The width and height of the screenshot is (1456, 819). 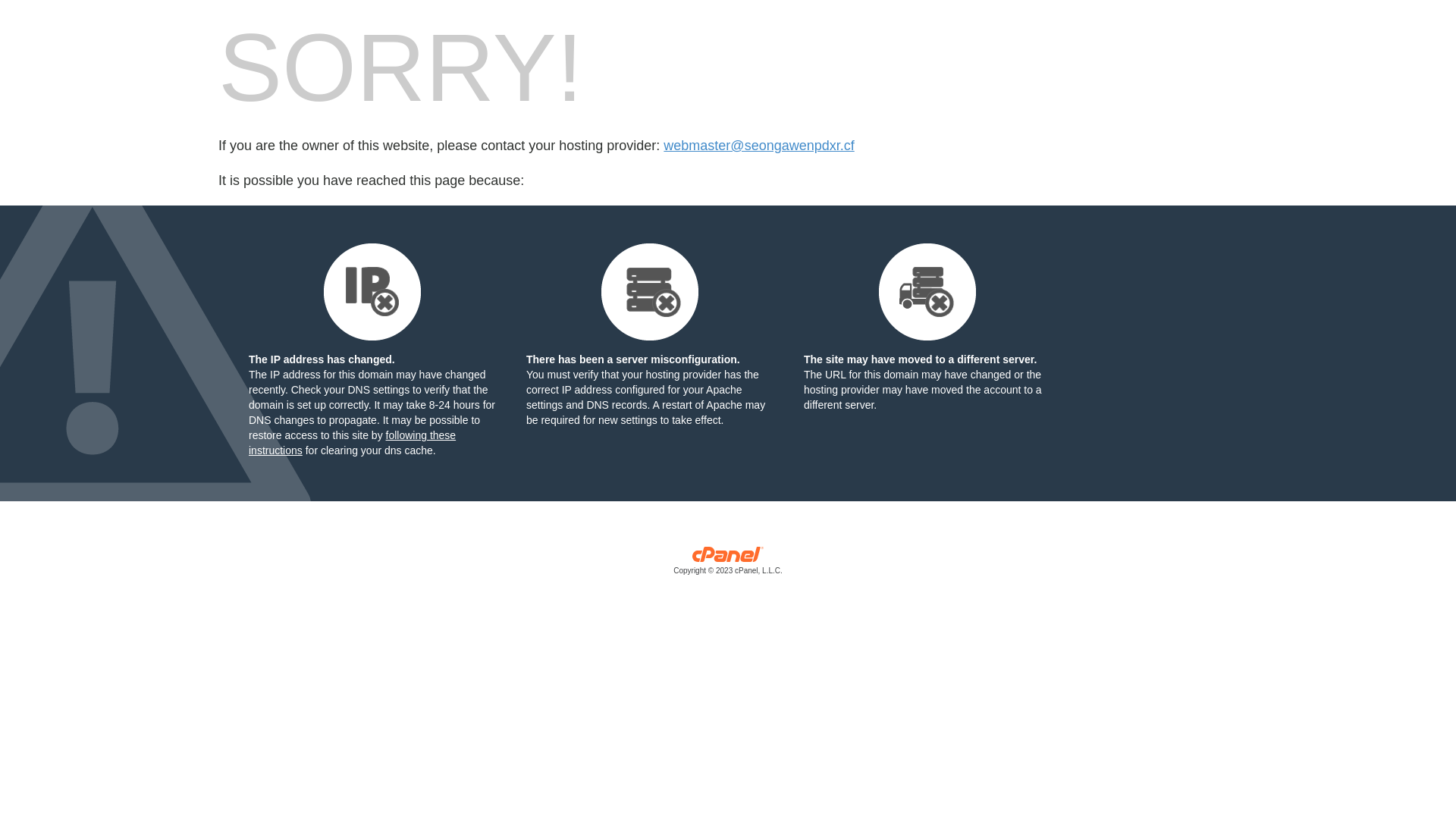 I want to click on 'webmaster@seongawenpdxr.cf', so click(x=663, y=146).